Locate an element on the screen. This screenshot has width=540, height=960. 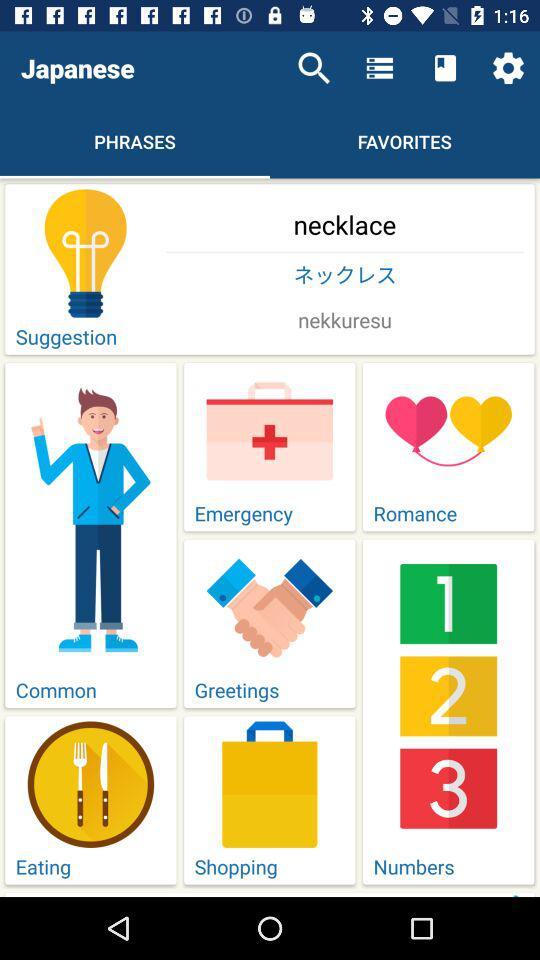
the item below the eating icon is located at coordinates (344, 893).